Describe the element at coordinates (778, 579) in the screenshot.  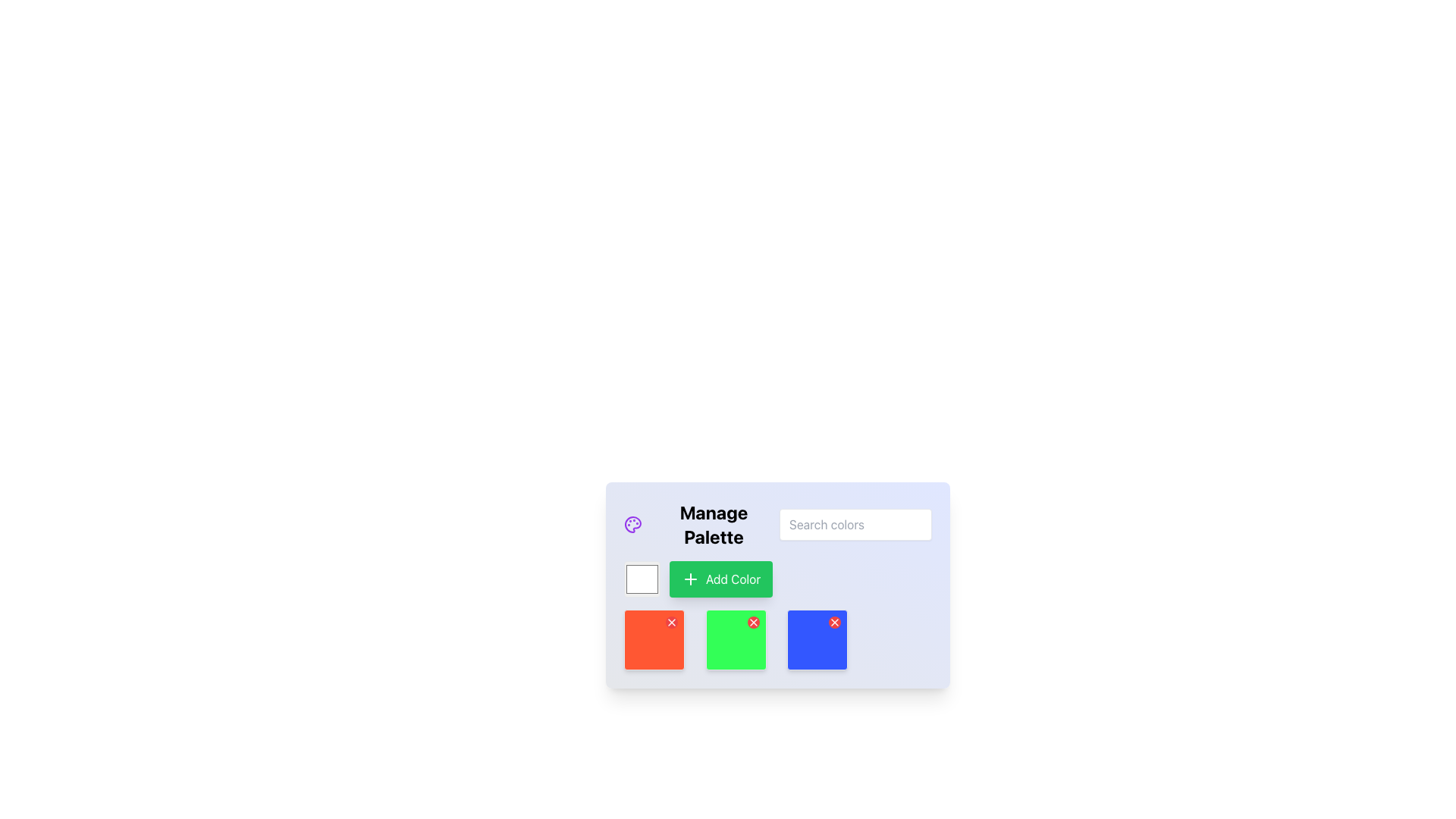
I see `the 'Add Color' button located within the 'Manage Palette' section, which is part of a Composite Element that includes a color input and a button` at that location.